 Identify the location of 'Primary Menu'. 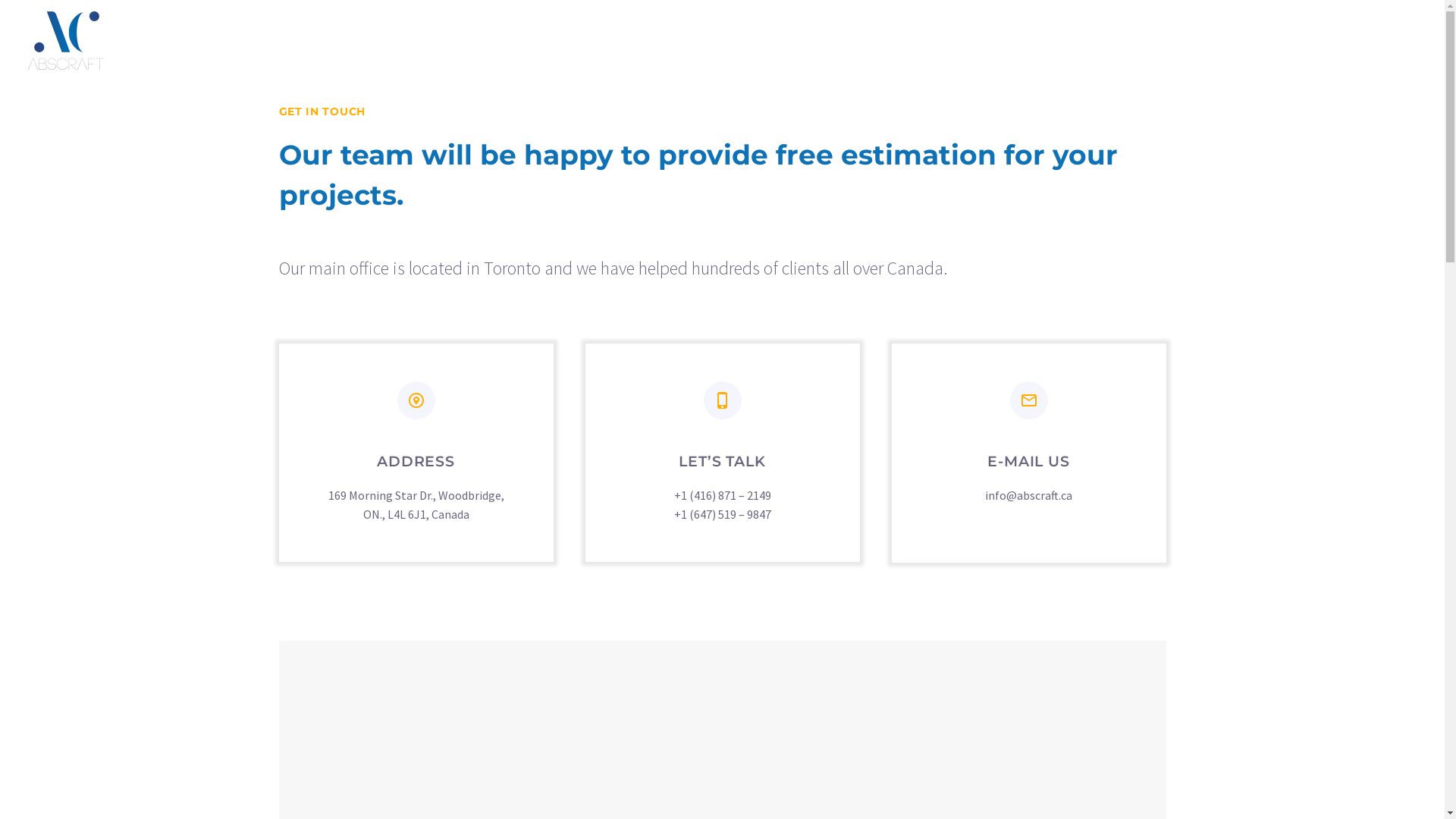
(1401, 39).